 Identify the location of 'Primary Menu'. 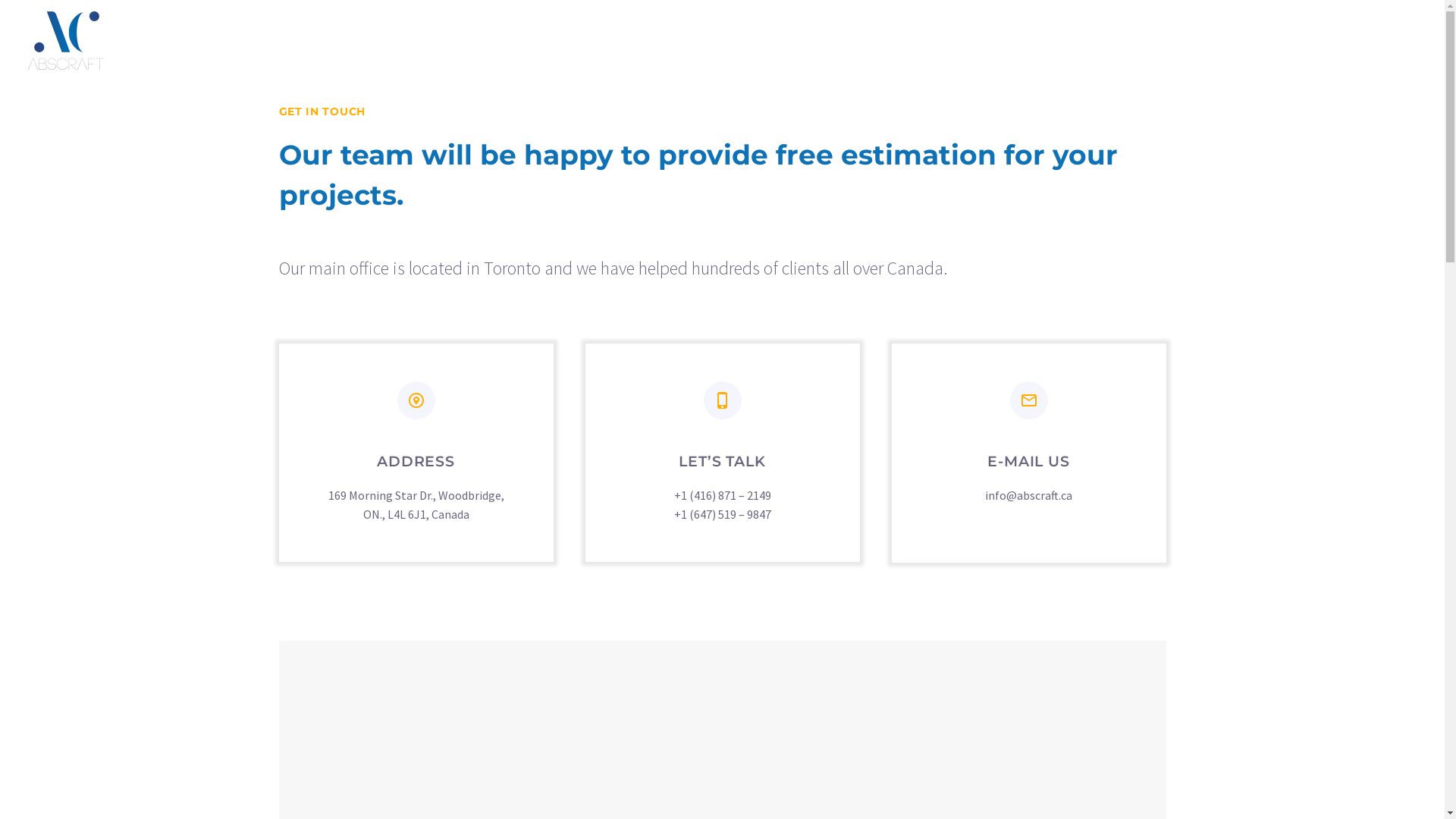
(1401, 39).